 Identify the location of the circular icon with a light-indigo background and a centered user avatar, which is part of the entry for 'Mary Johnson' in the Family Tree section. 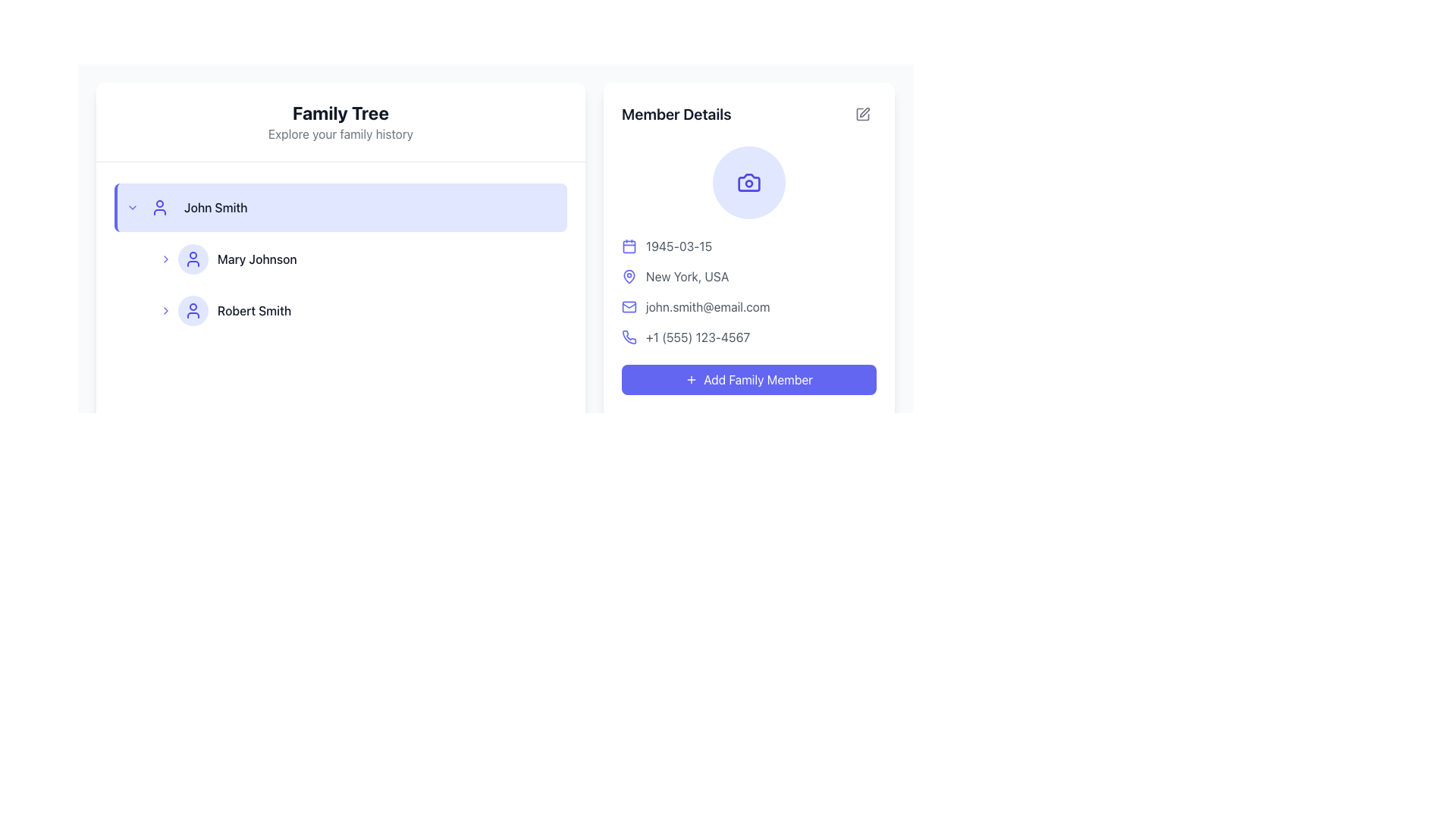
(192, 259).